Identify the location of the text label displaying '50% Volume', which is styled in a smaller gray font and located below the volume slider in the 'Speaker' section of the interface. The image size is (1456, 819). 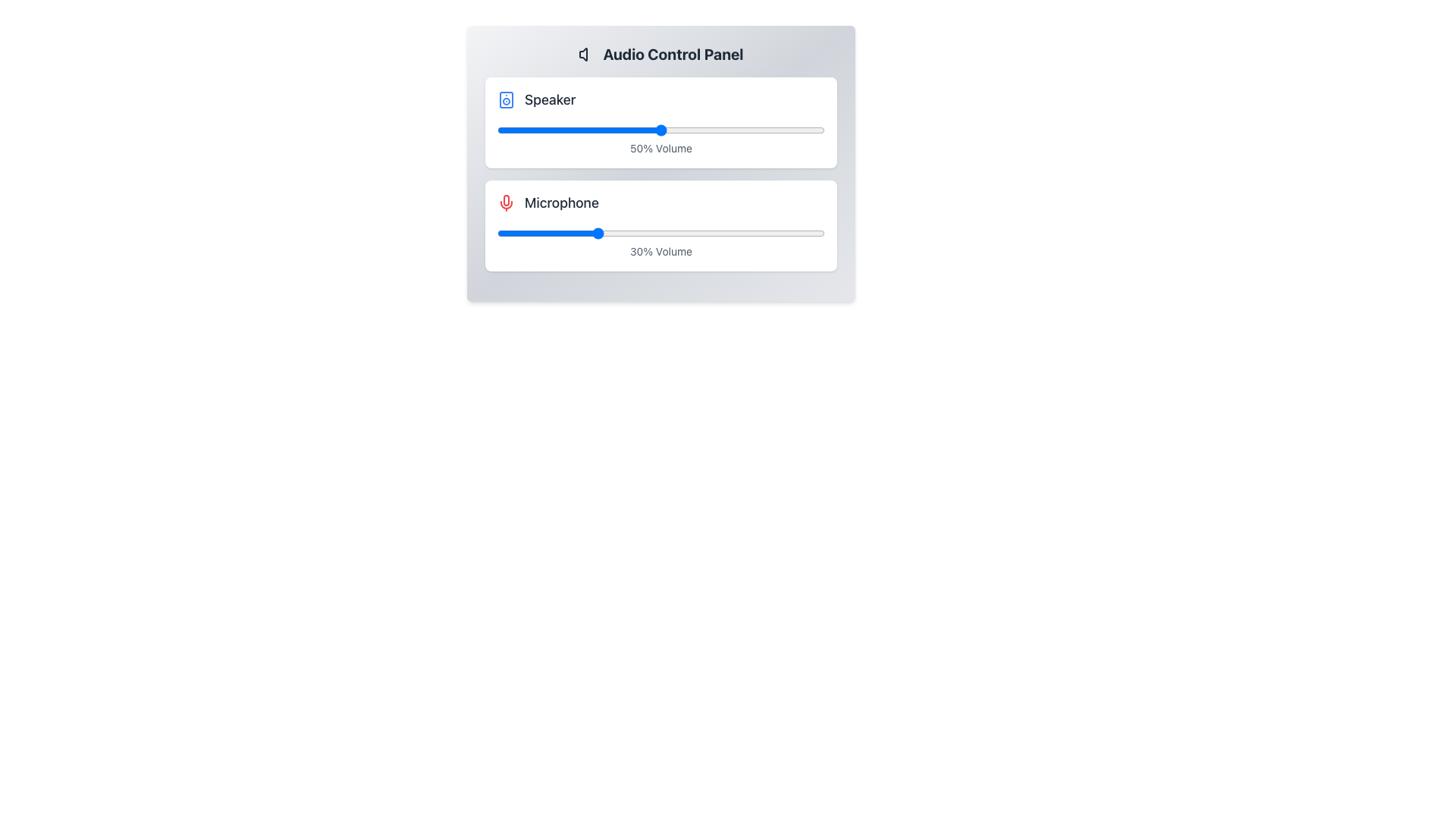
(661, 149).